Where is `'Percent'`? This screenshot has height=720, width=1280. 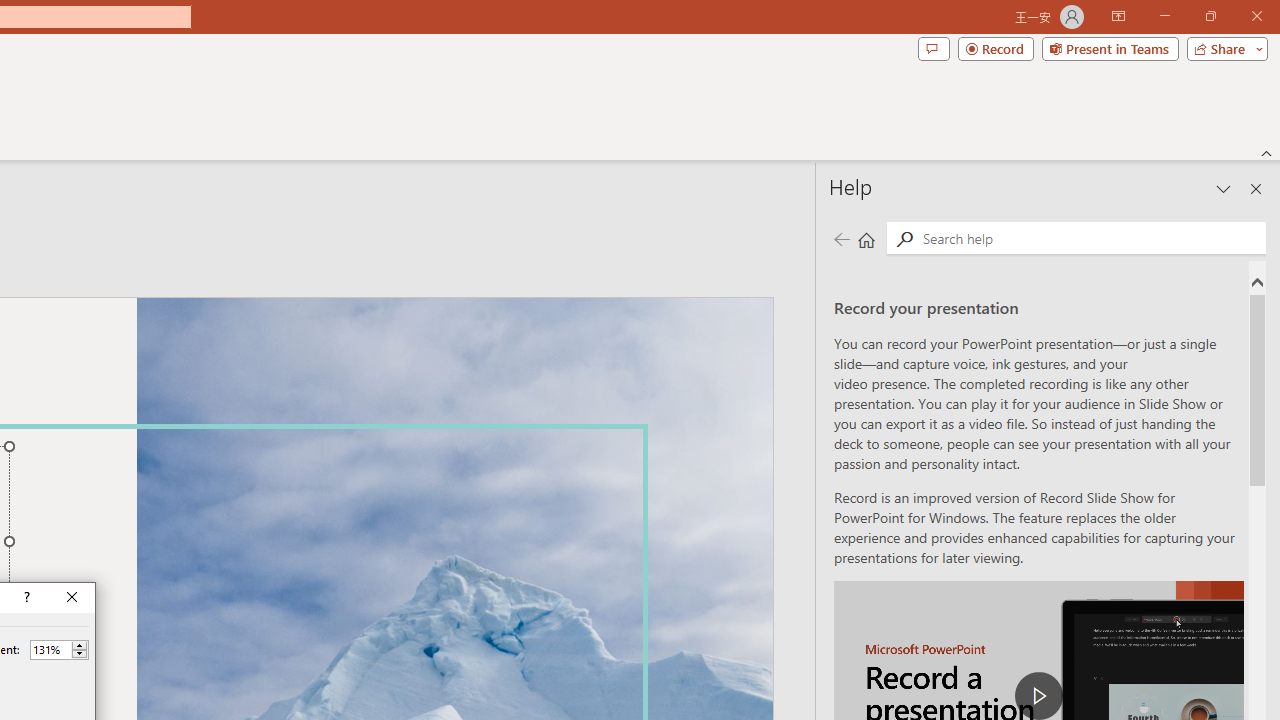
'Percent' is located at coordinates (50, 649).